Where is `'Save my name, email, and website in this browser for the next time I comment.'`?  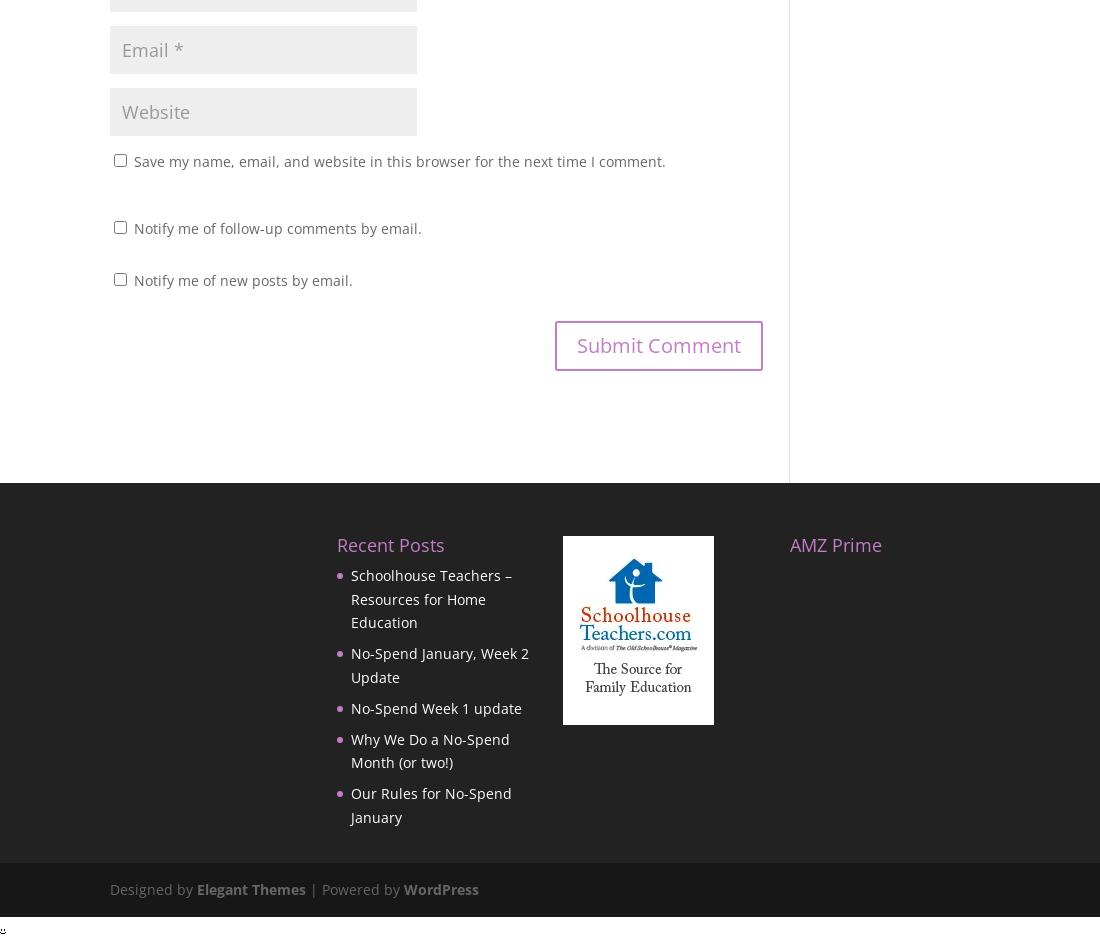 'Save my name, email, and website in this browser for the next time I comment.' is located at coordinates (399, 159).